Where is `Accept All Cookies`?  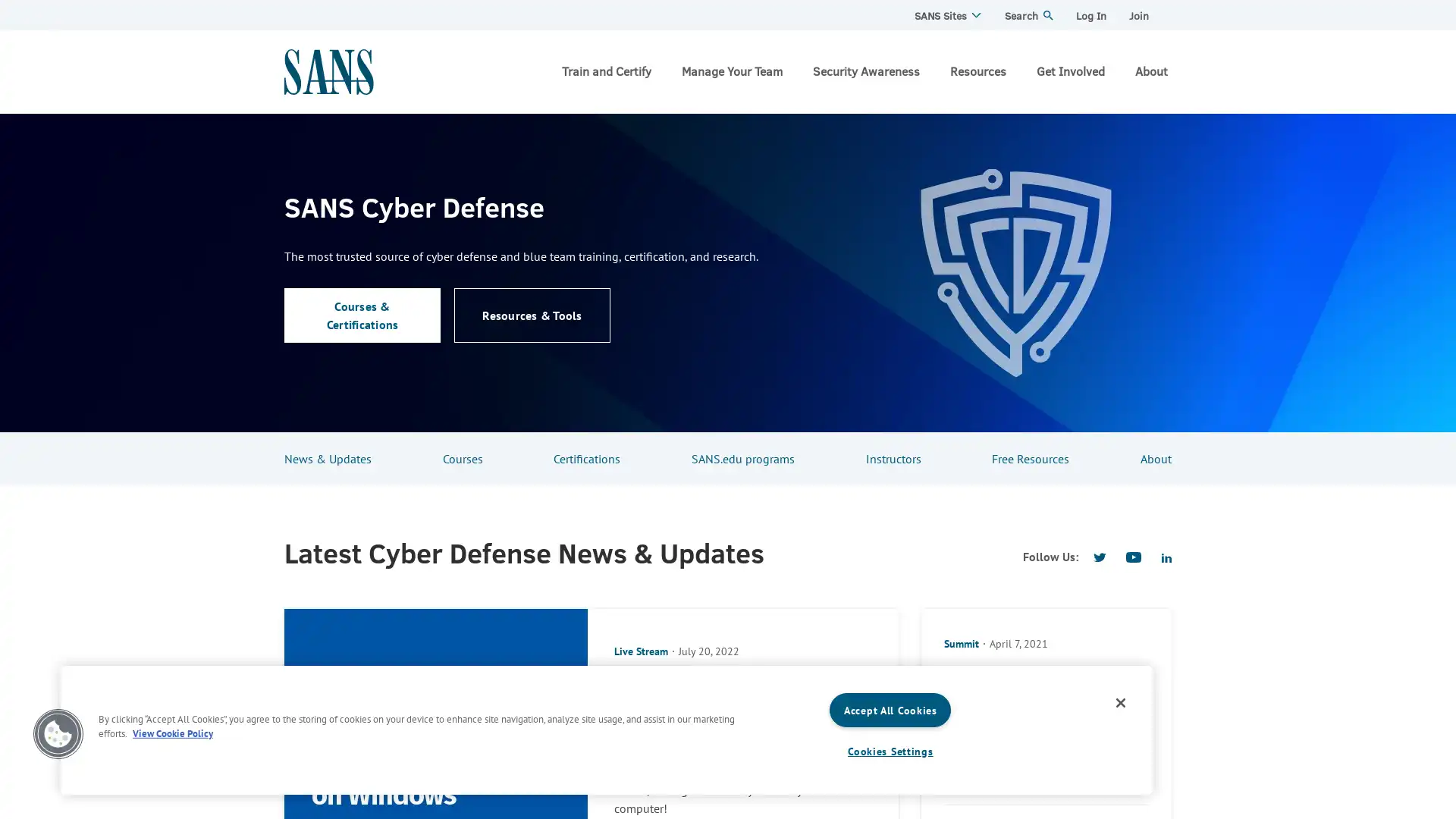
Accept All Cookies is located at coordinates (890, 710).